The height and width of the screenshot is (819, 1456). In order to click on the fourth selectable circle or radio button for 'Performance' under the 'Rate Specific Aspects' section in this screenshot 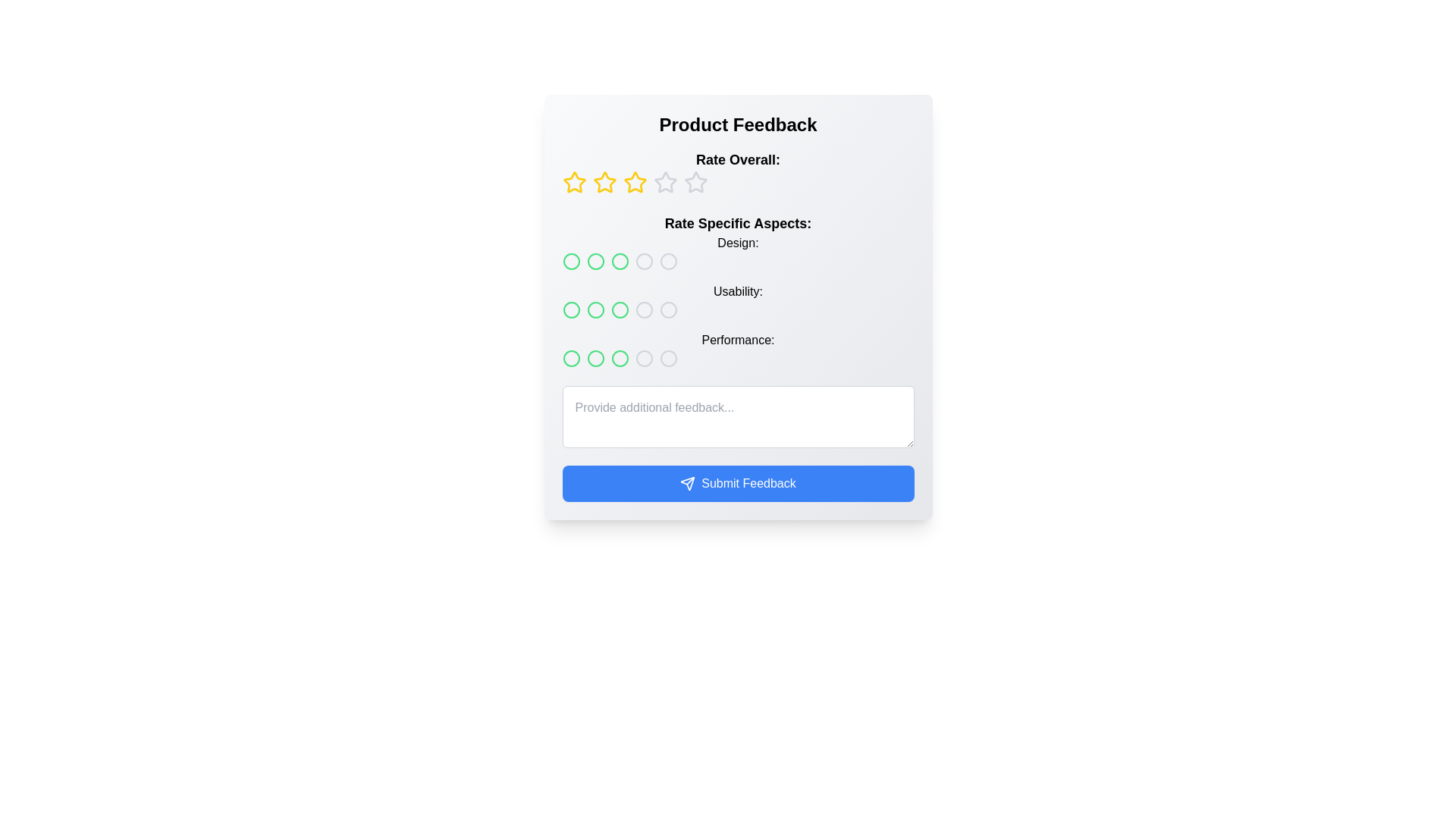, I will do `click(644, 359)`.